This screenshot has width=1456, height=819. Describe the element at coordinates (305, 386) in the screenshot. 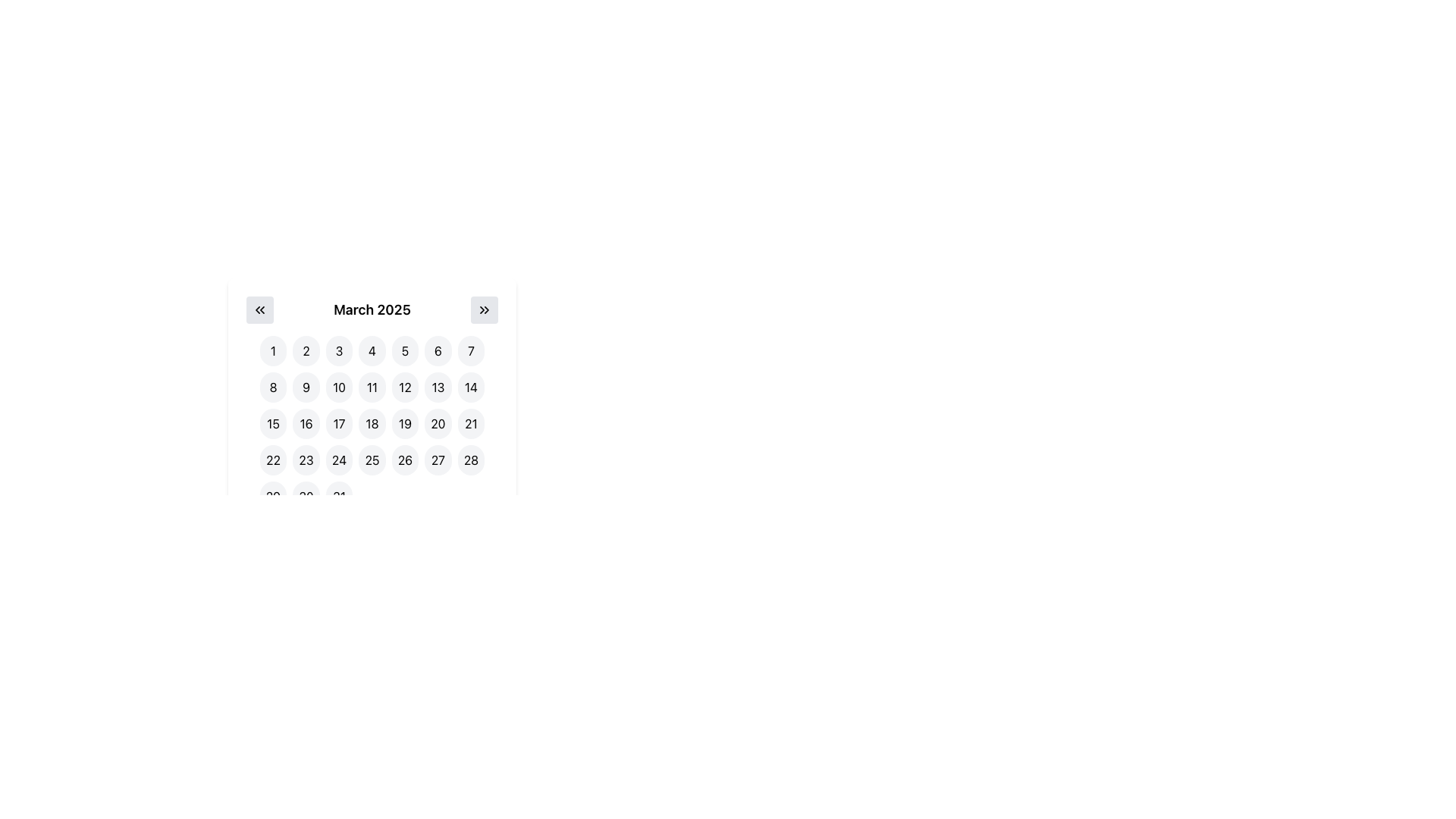

I see `the rounded button with a light gray background that displays the number '9' in black, located in the second row and second column of the grid layout in the date picker interface` at that location.